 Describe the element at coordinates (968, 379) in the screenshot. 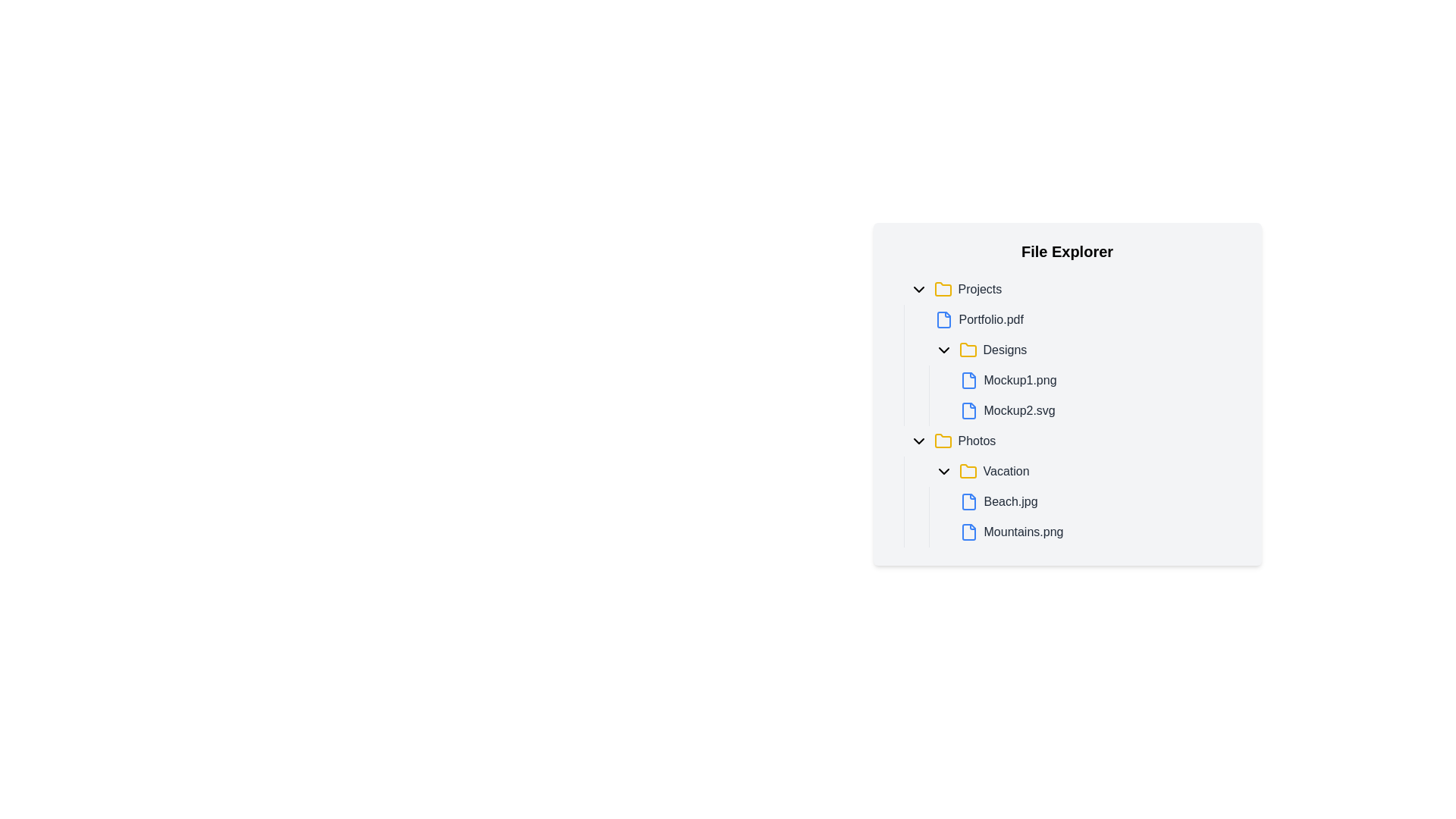

I see `the file icon representing 'Mockup1.png', which is the leftmost element in its row` at that location.